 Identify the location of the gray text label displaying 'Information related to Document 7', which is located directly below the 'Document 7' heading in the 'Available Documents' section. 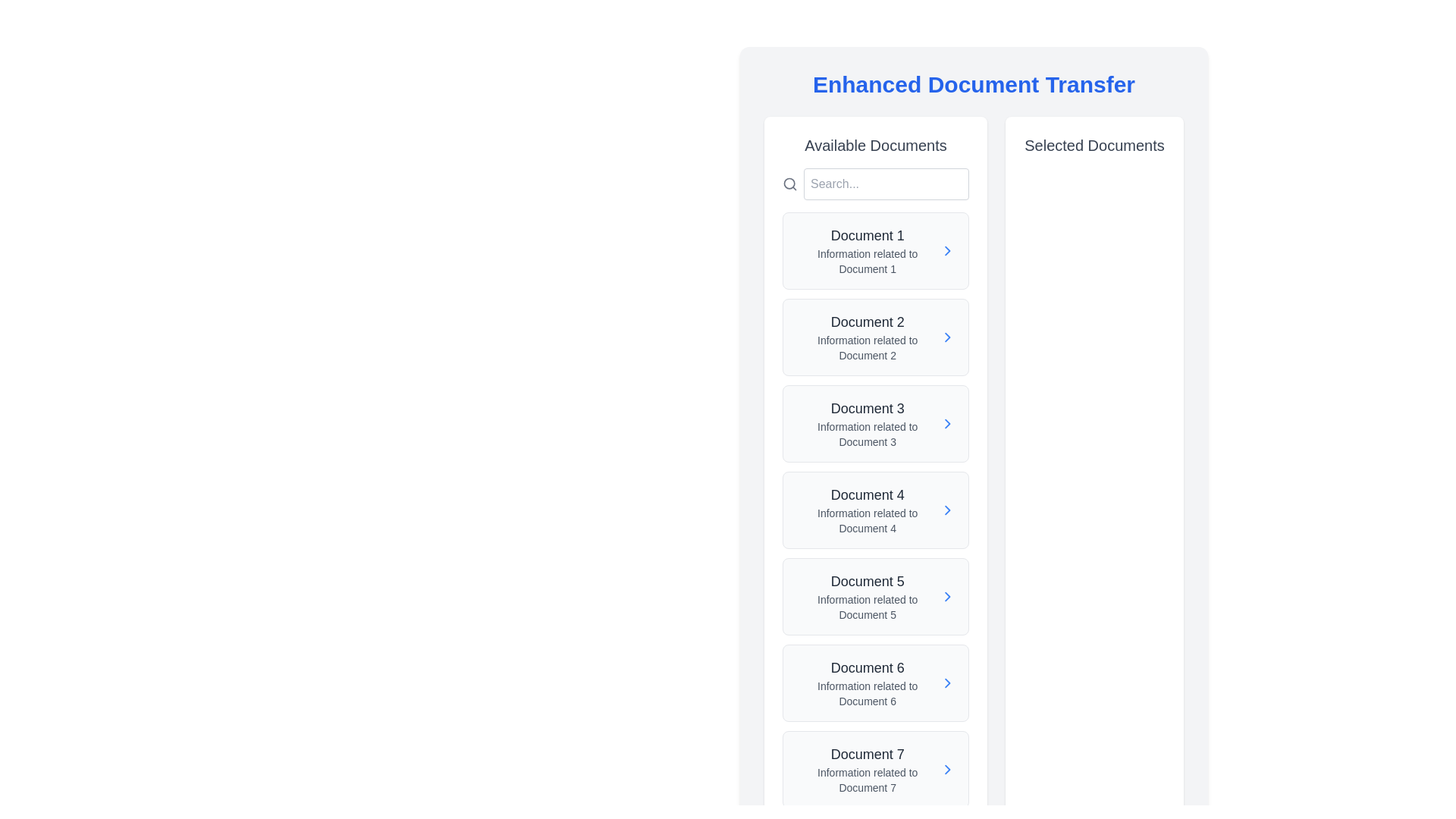
(868, 780).